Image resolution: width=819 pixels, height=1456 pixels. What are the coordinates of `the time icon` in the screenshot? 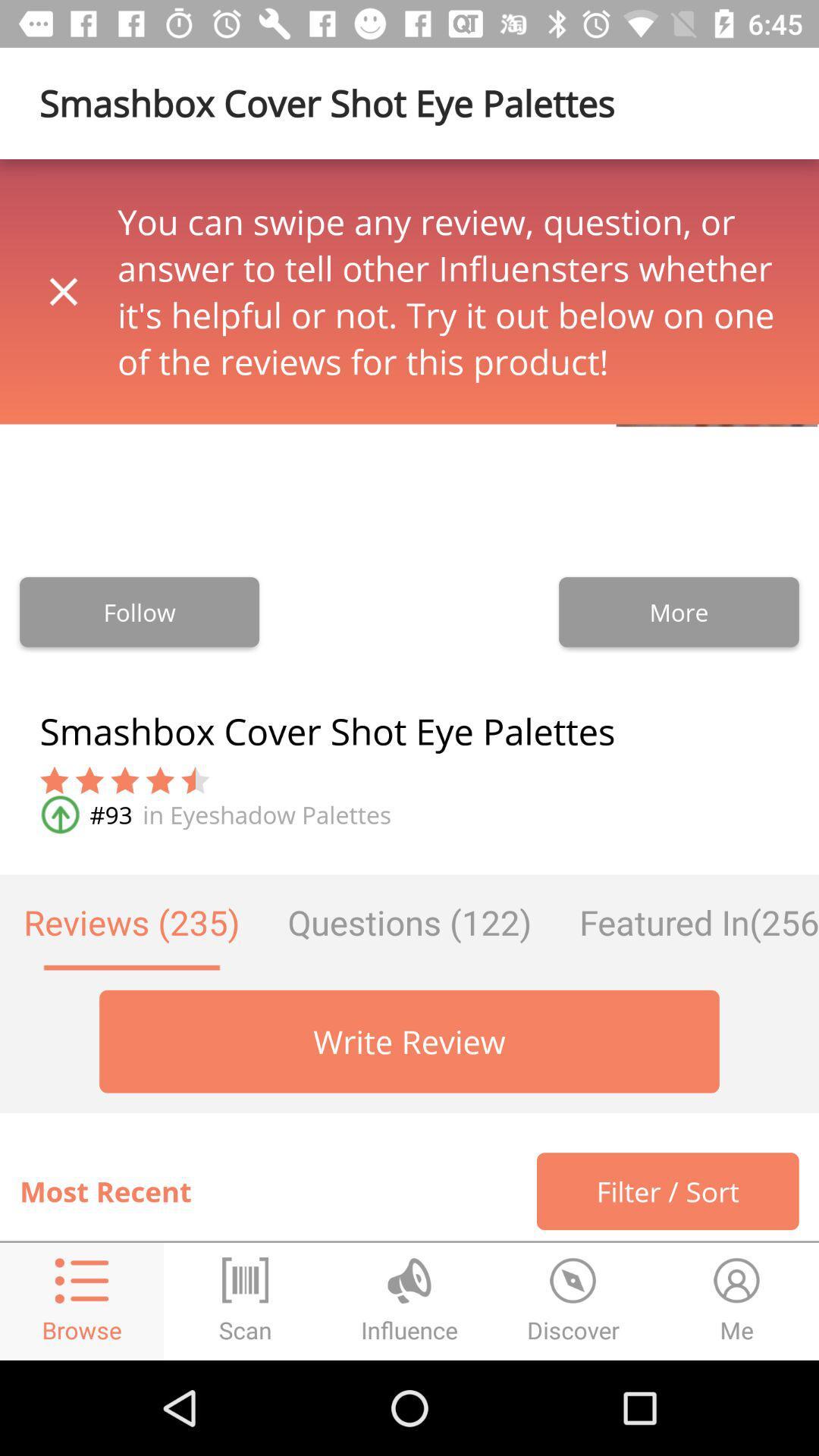 It's located at (573, 1301).